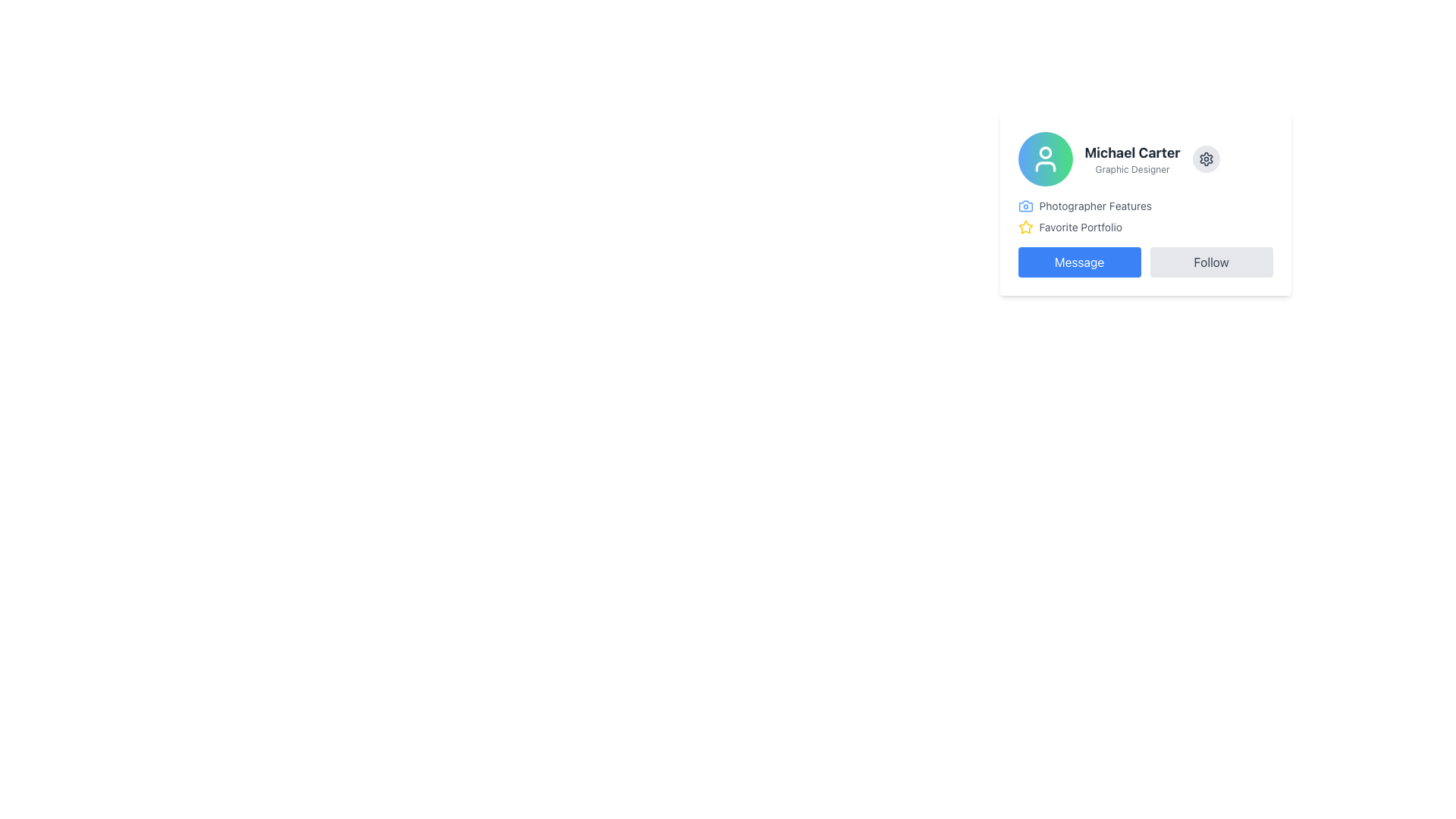 The image size is (1456, 819). I want to click on bottom section of the SVG graphic representing the user profile picture, which is centrally located within the circular icon to the left of the user's name and title, so click(1044, 166).